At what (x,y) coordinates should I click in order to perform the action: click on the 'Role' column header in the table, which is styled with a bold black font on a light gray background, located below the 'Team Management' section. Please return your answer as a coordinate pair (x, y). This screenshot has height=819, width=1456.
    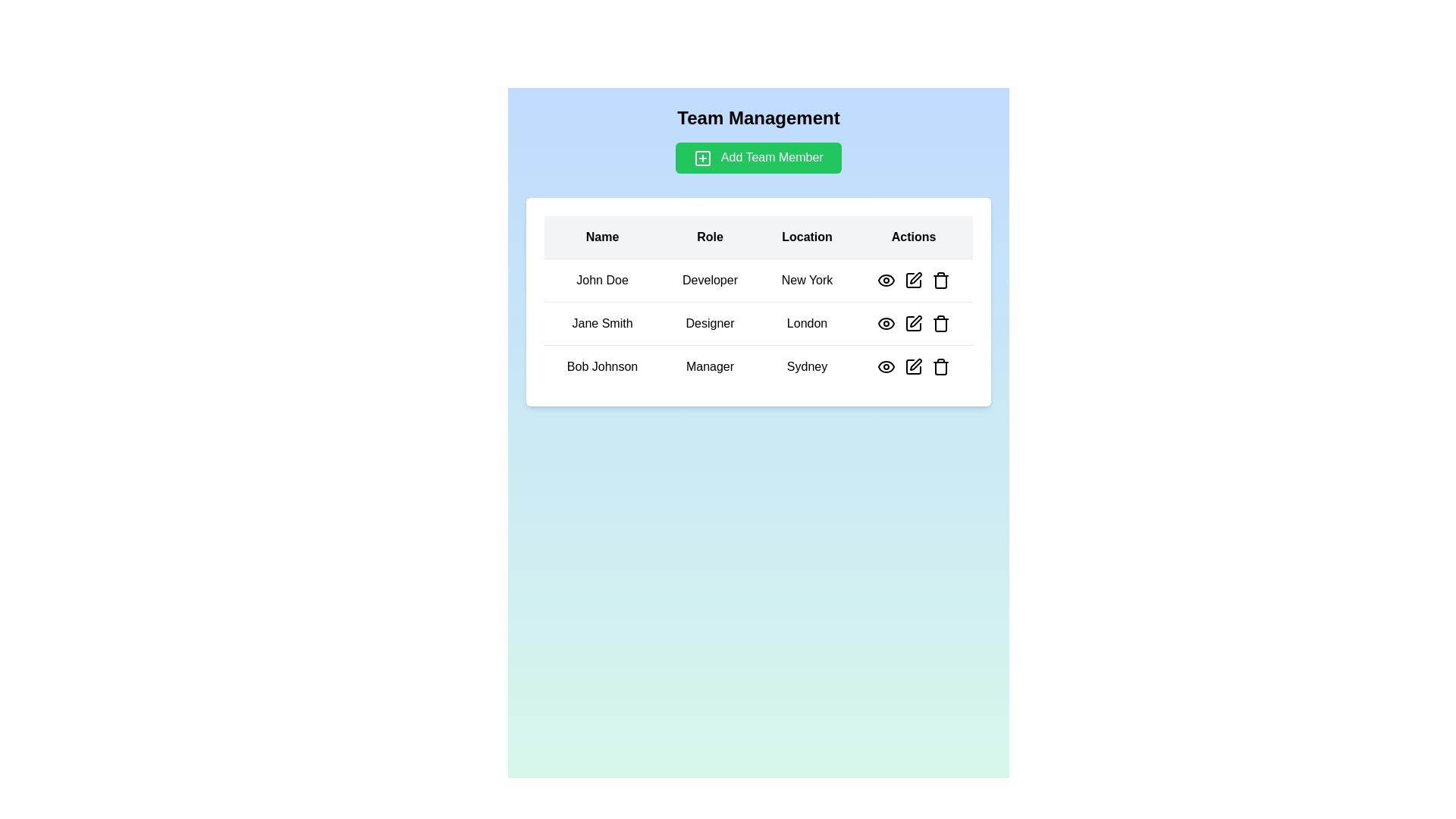
    Looking at the image, I should click on (709, 237).